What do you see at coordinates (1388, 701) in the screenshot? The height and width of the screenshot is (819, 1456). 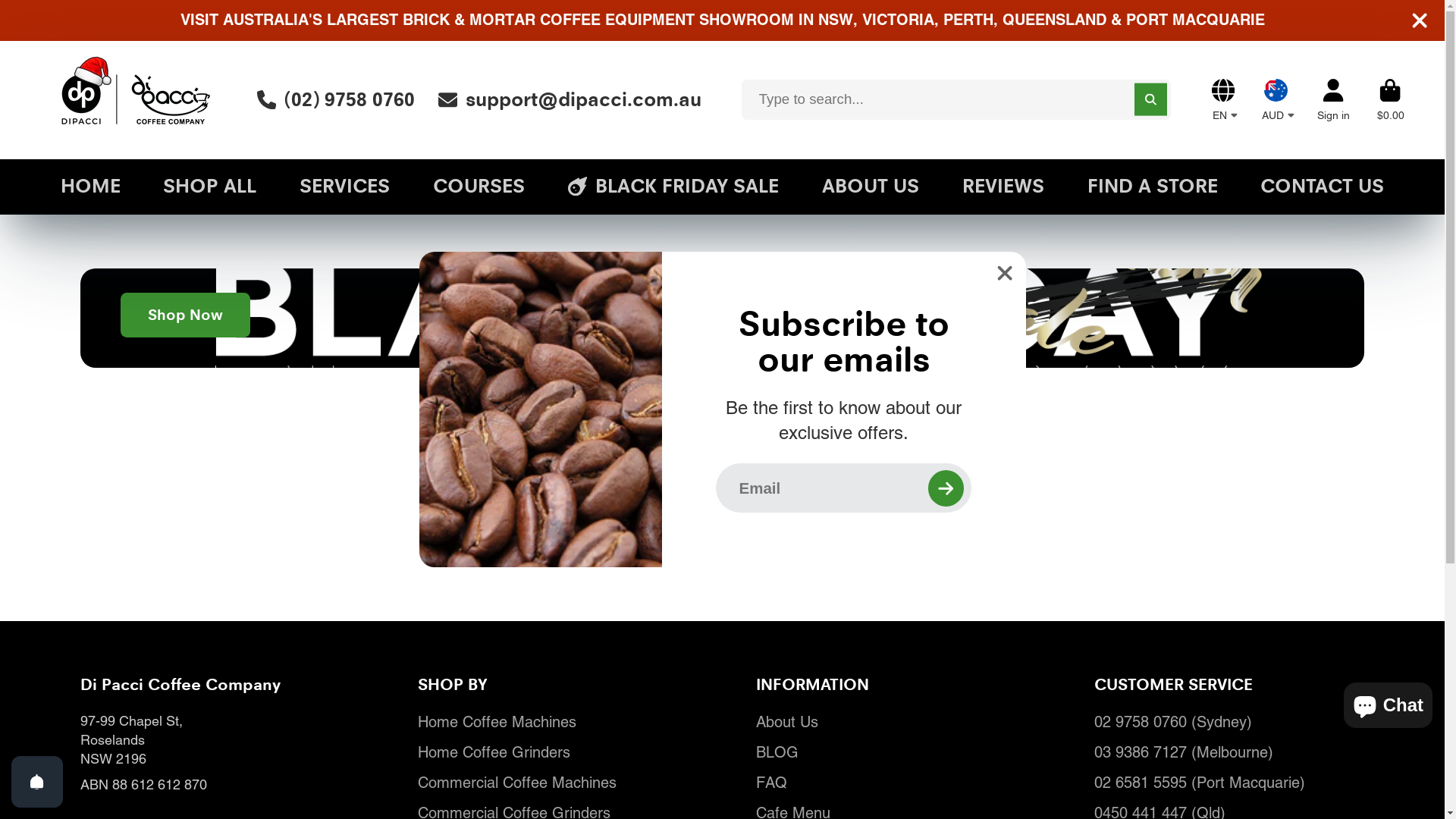 I see `'Shopify online store chat'` at bounding box center [1388, 701].